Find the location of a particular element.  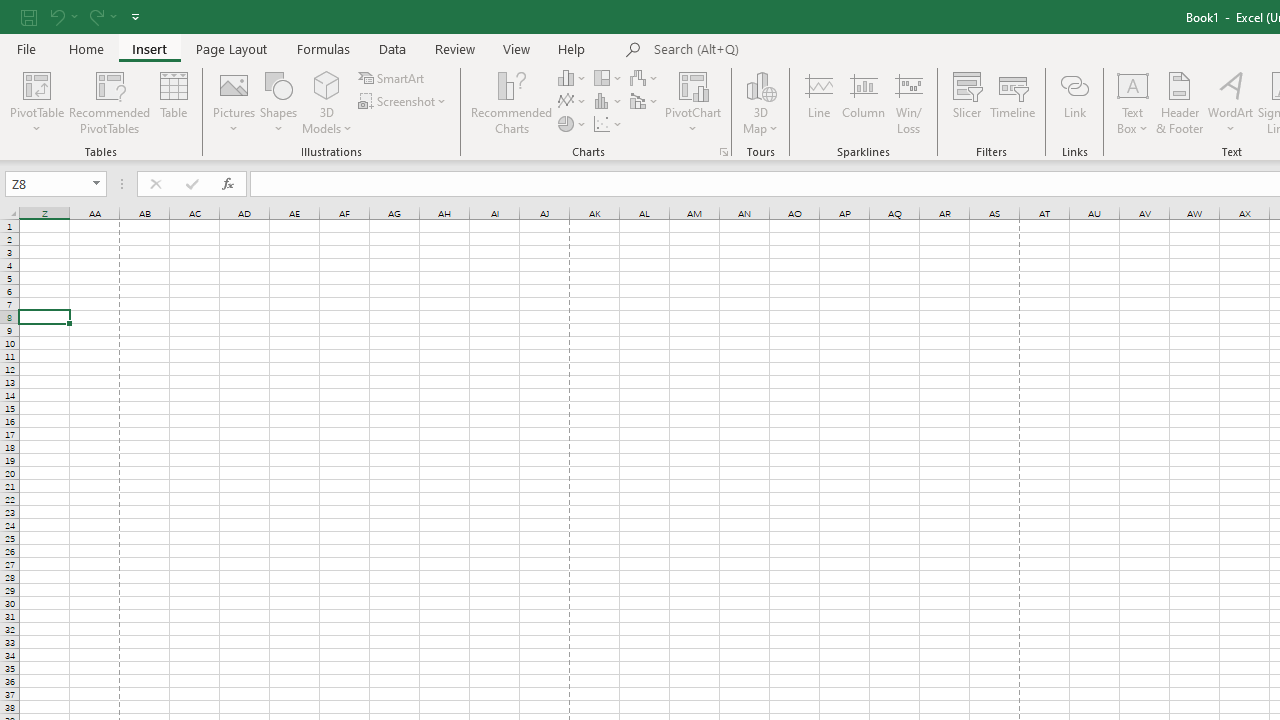

'Table' is located at coordinates (174, 103).